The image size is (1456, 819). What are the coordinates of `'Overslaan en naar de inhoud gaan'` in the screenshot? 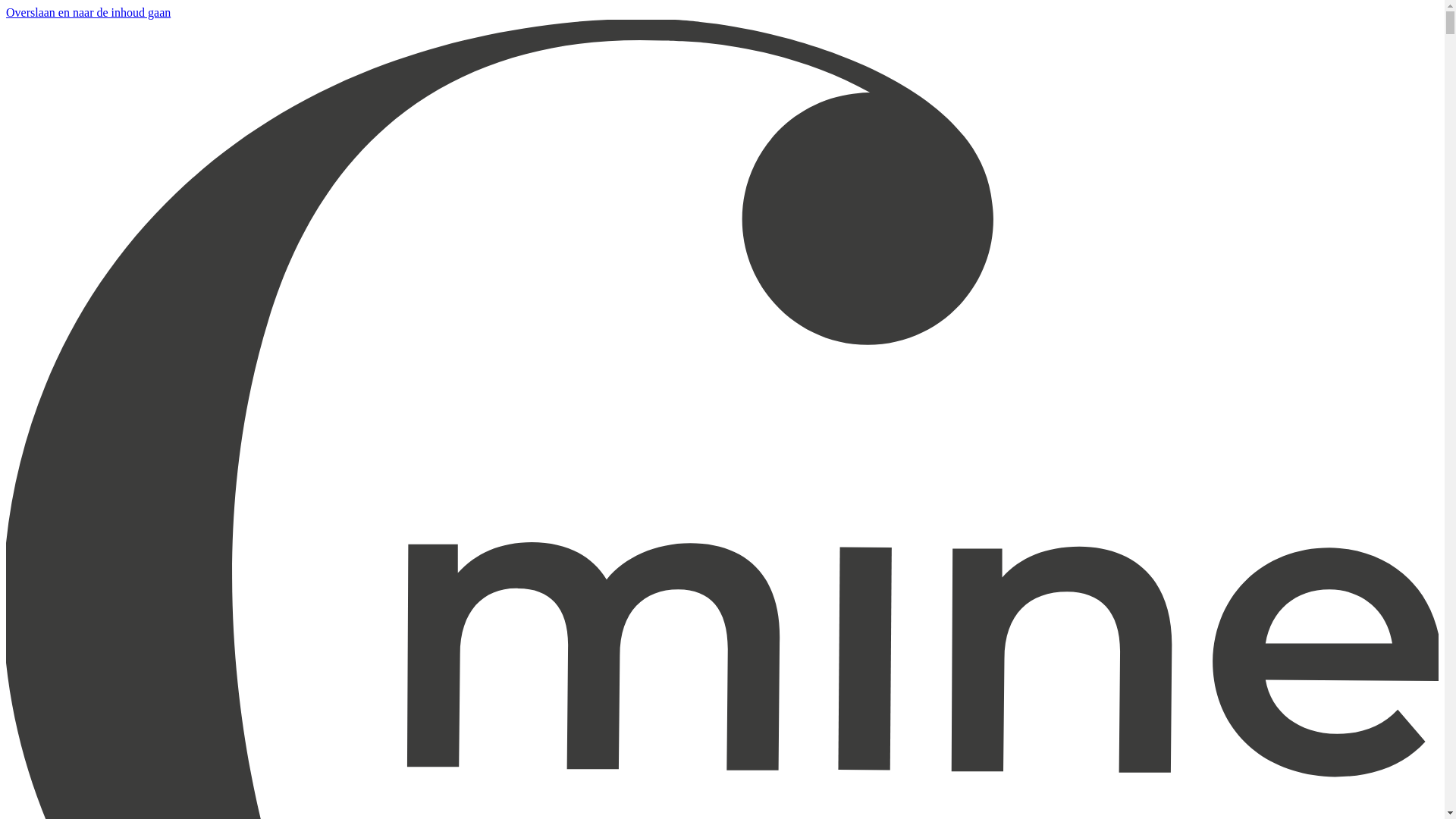 It's located at (87, 12).